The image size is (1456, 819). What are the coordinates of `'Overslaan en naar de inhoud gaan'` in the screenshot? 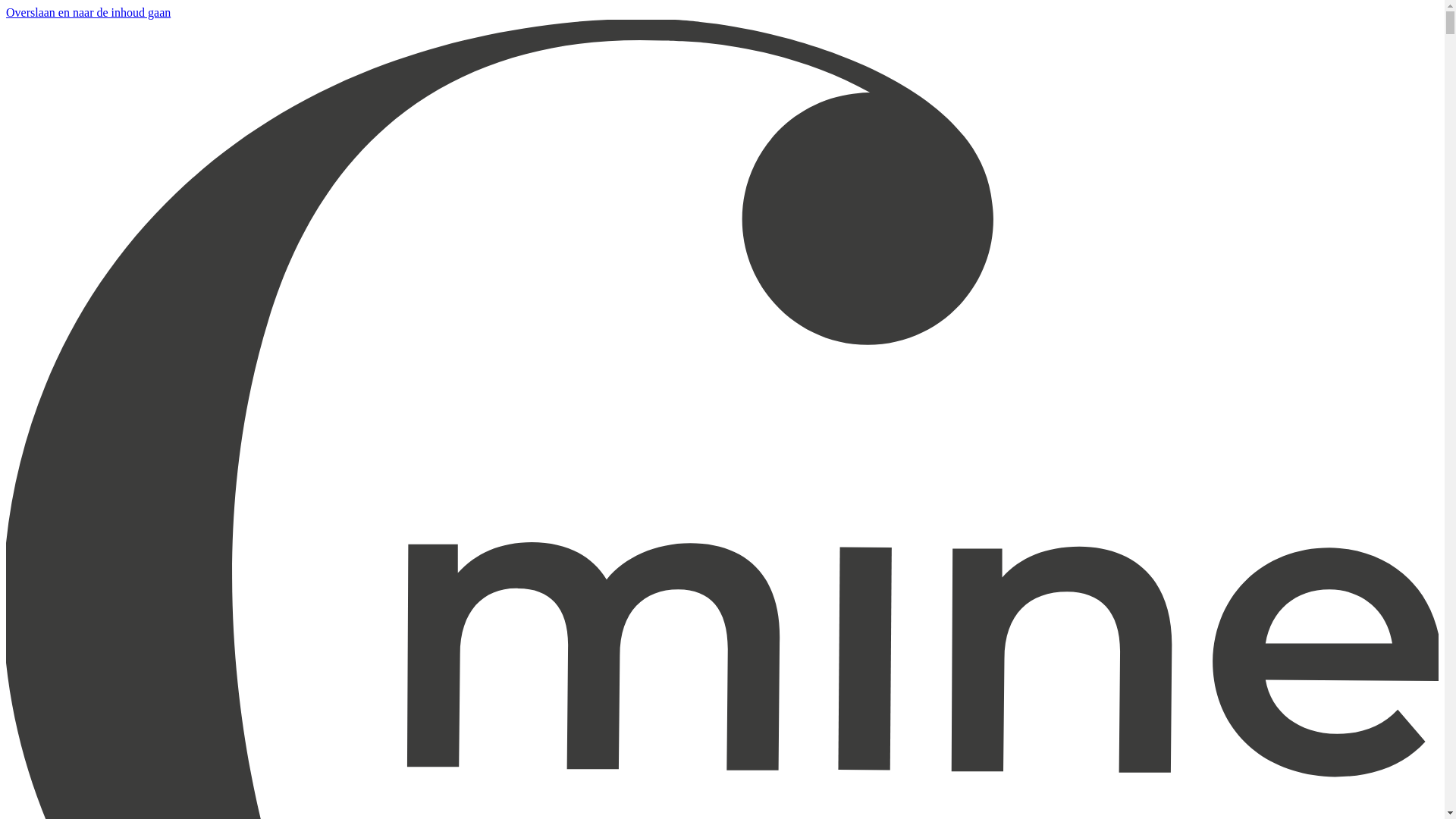 It's located at (87, 12).